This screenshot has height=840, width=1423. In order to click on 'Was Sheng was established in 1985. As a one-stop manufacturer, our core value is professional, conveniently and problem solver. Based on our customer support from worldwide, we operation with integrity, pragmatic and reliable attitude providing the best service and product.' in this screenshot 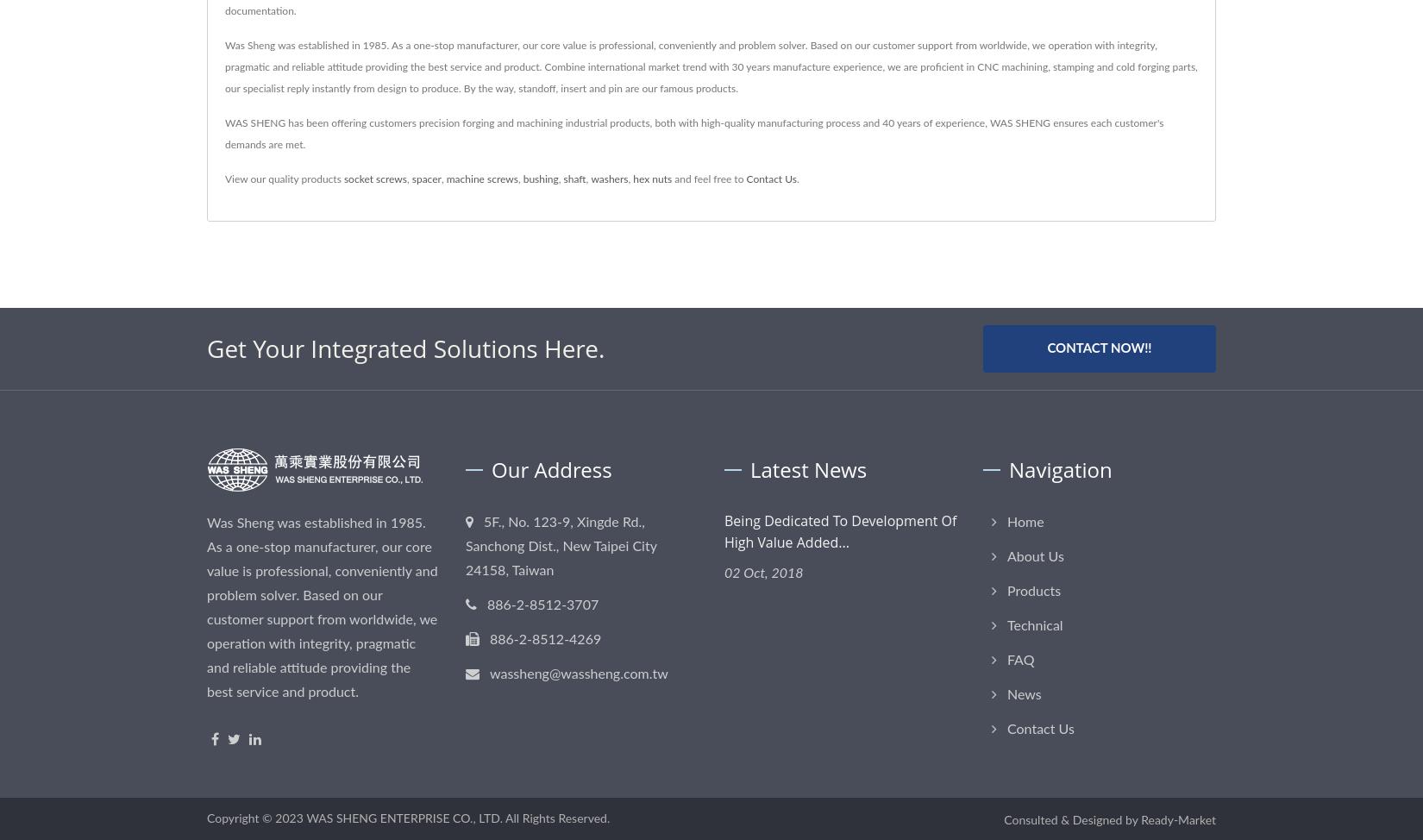, I will do `click(207, 607)`.